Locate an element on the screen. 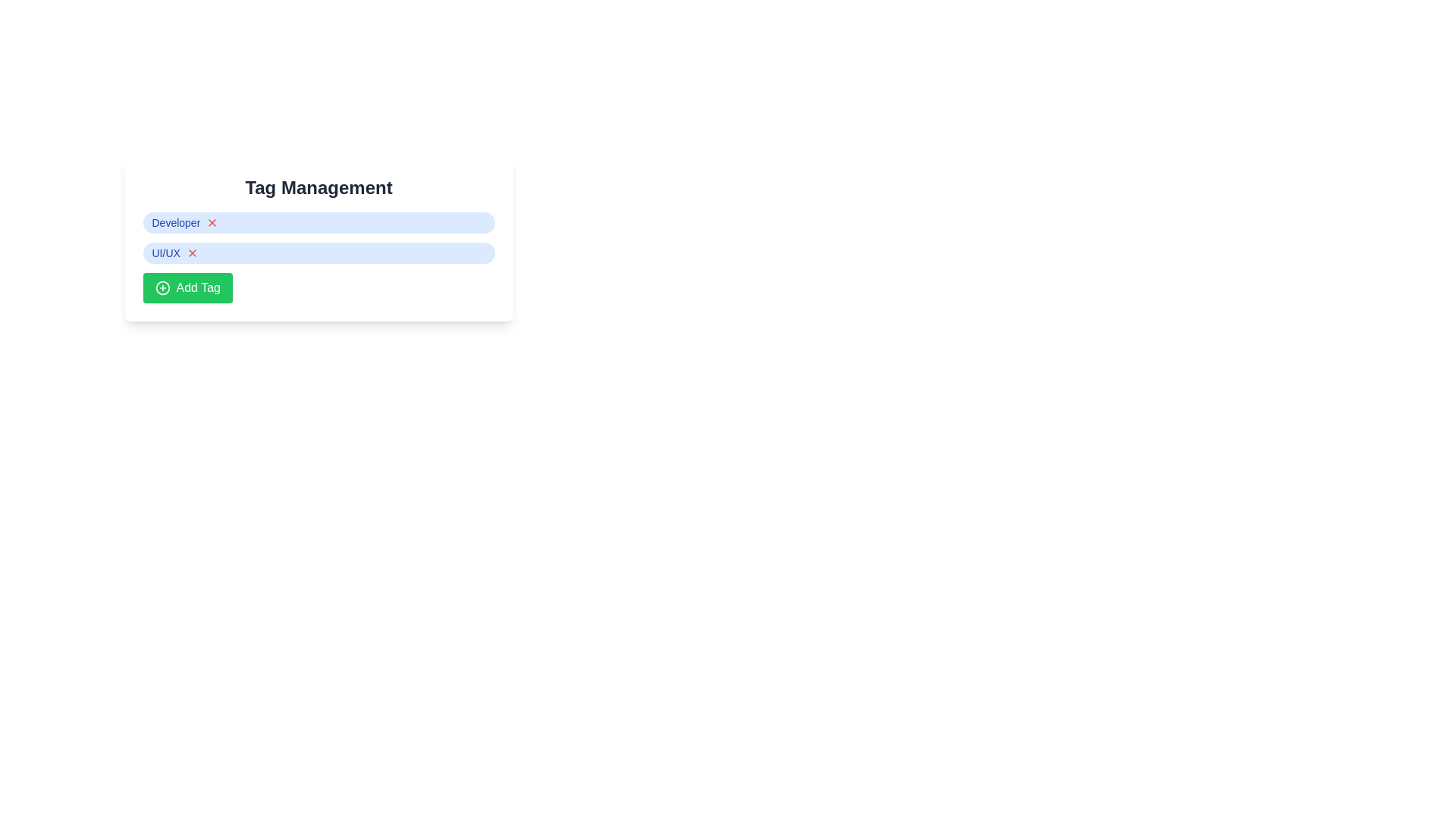  text of the large, bold header titled 'Tag Management' located at the top-center of the panel is located at coordinates (318, 187).